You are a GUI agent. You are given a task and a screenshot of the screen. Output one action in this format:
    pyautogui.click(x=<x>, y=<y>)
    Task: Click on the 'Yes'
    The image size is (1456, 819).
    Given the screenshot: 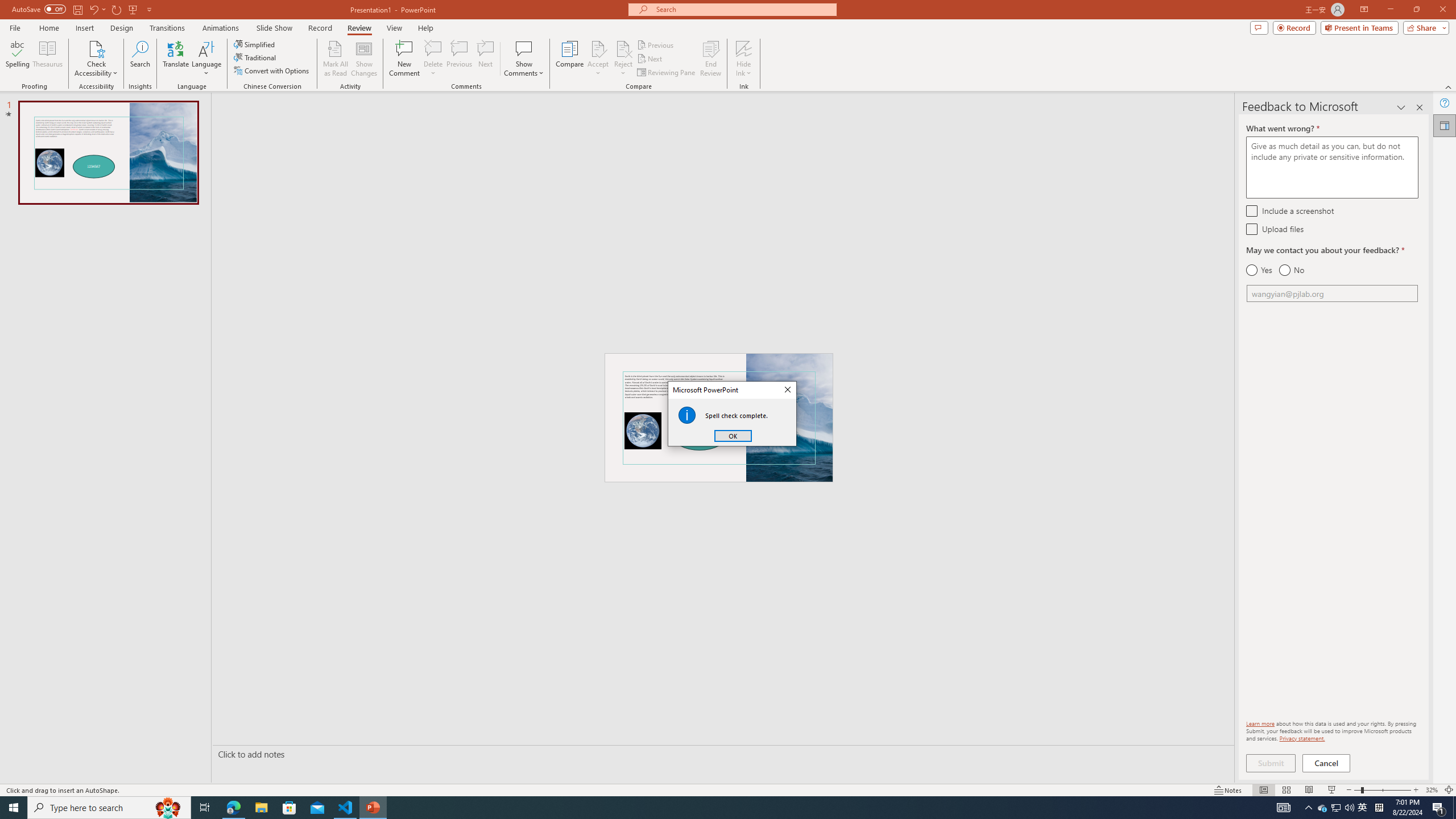 What is the action you would take?
    pyautogui.click(x=1259, y=270)
    